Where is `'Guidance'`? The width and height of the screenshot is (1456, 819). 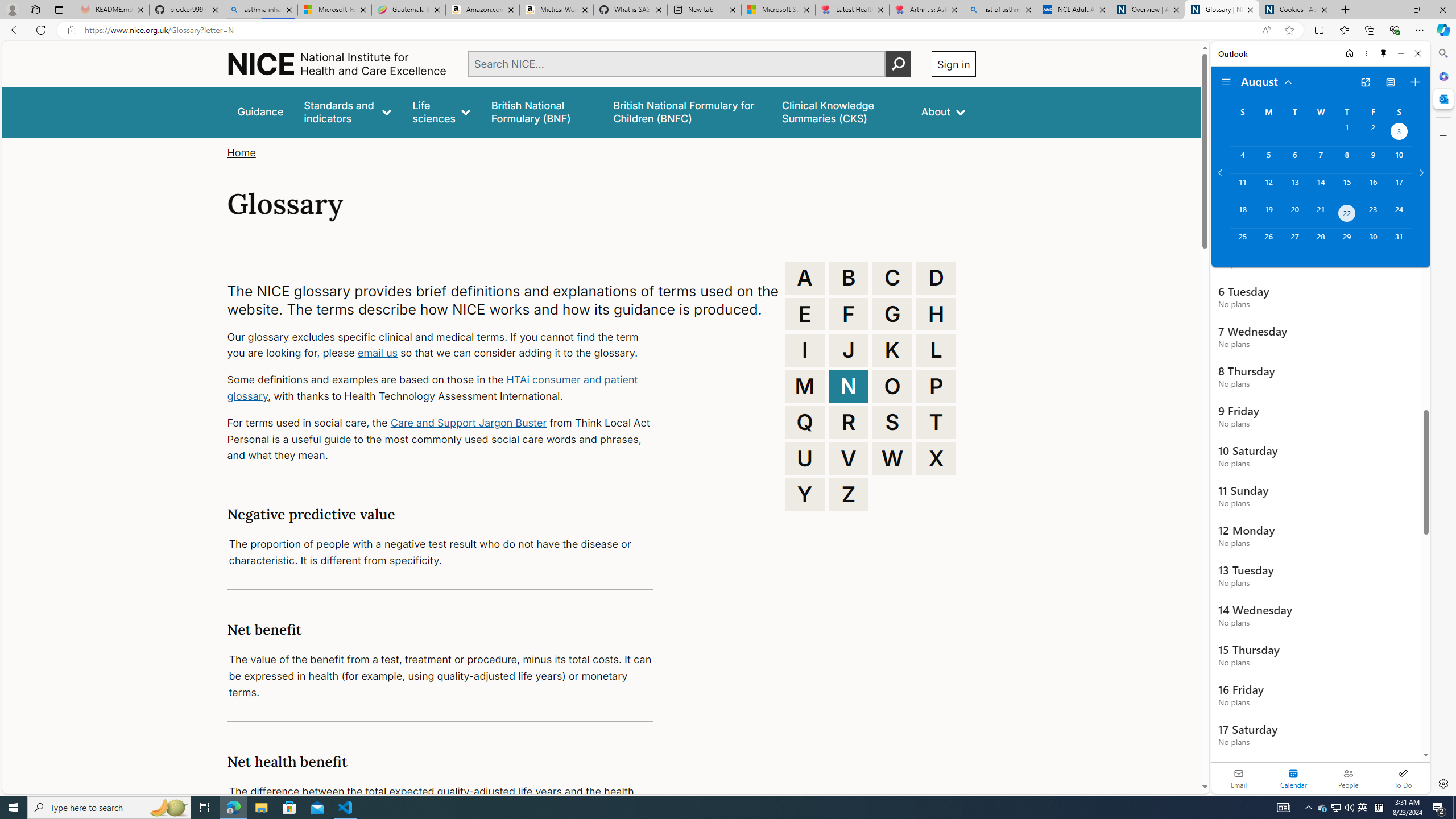
'Guidance' is located at coordinates (260, 111).